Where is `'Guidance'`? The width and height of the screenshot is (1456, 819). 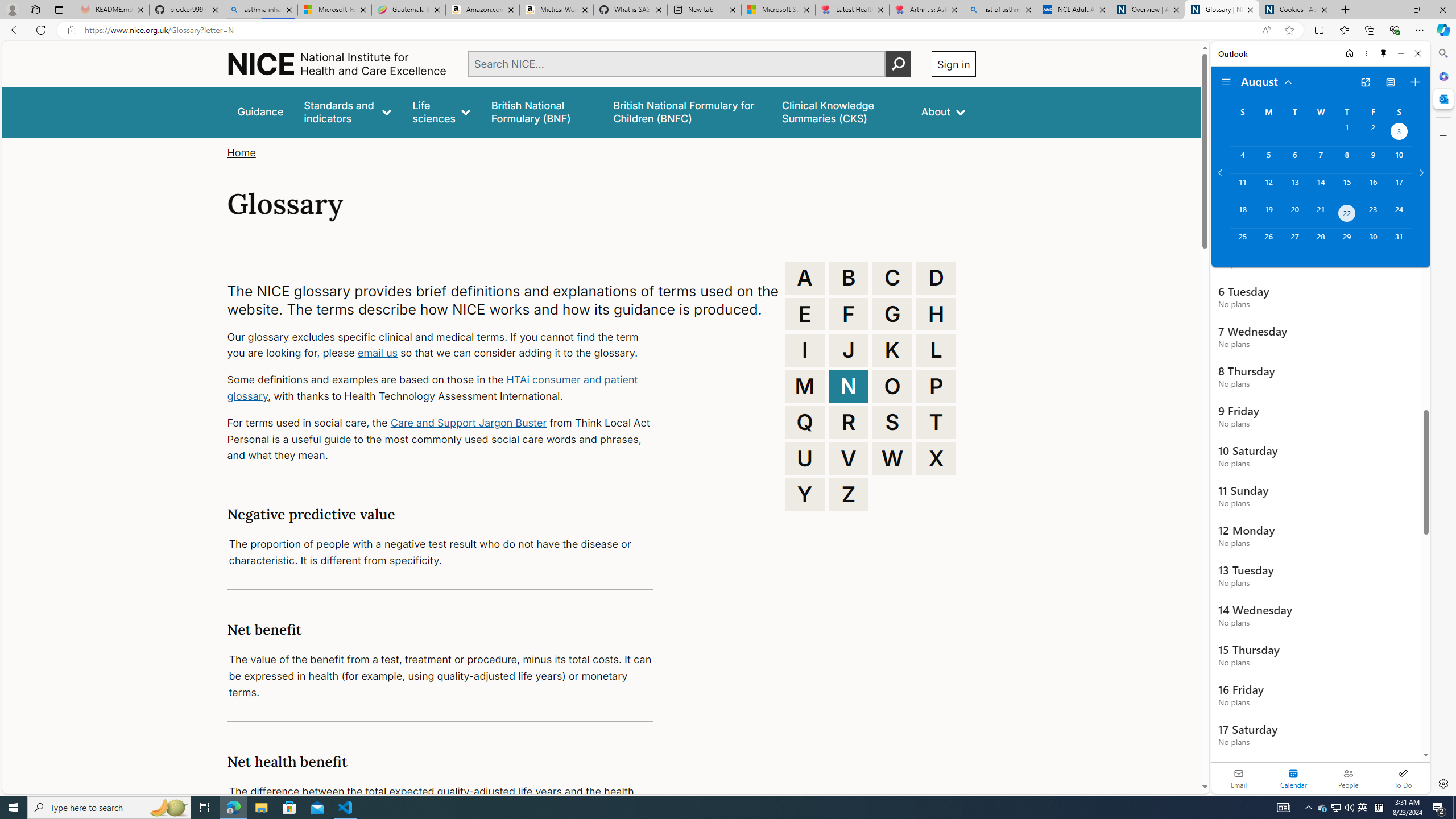
'Guidance' is located at coordinates (260, 111).